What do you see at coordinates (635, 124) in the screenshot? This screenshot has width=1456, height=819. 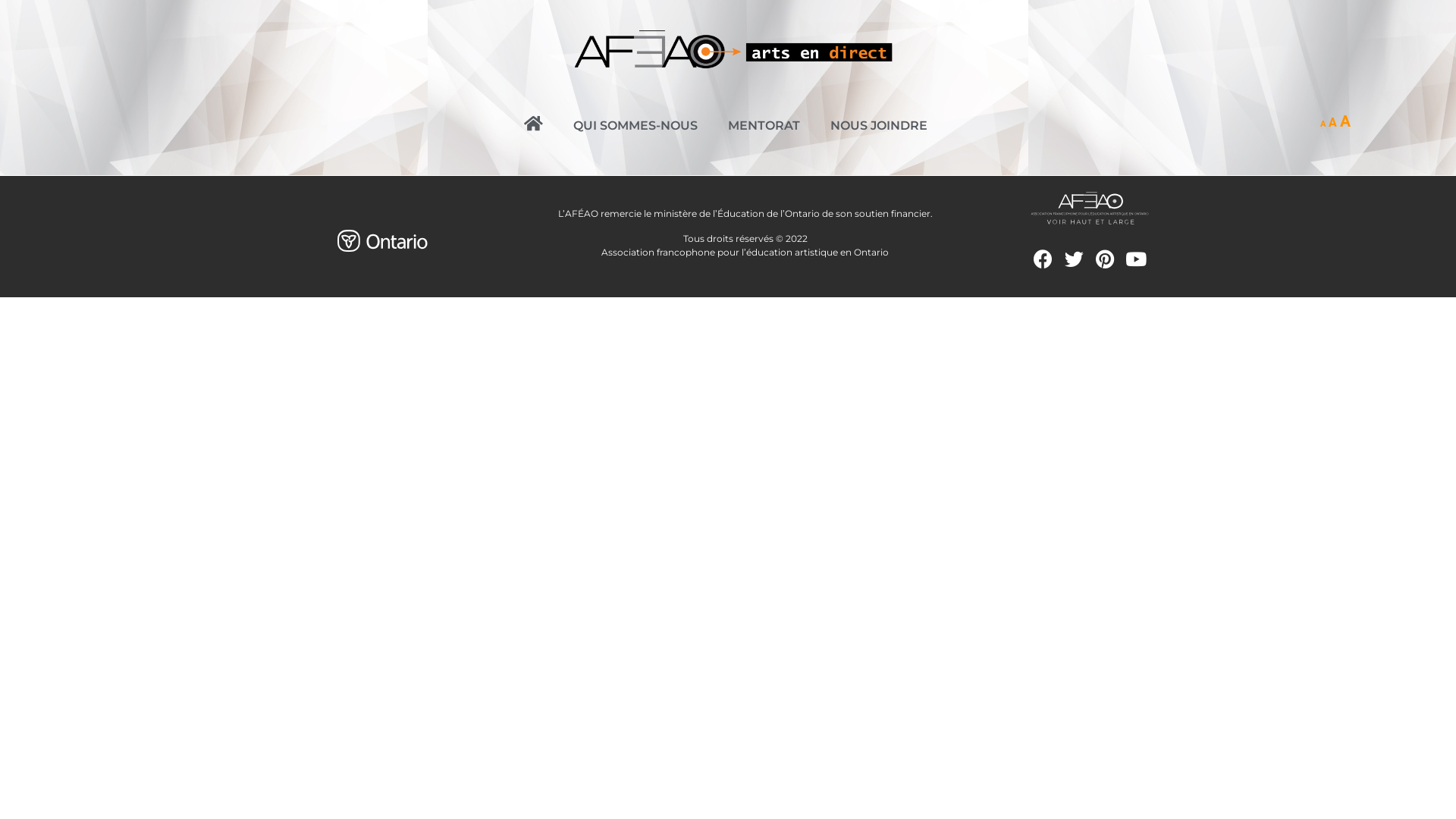 I see `'QUI SOMMES-NOUS'` at bounding box center [635, 124].